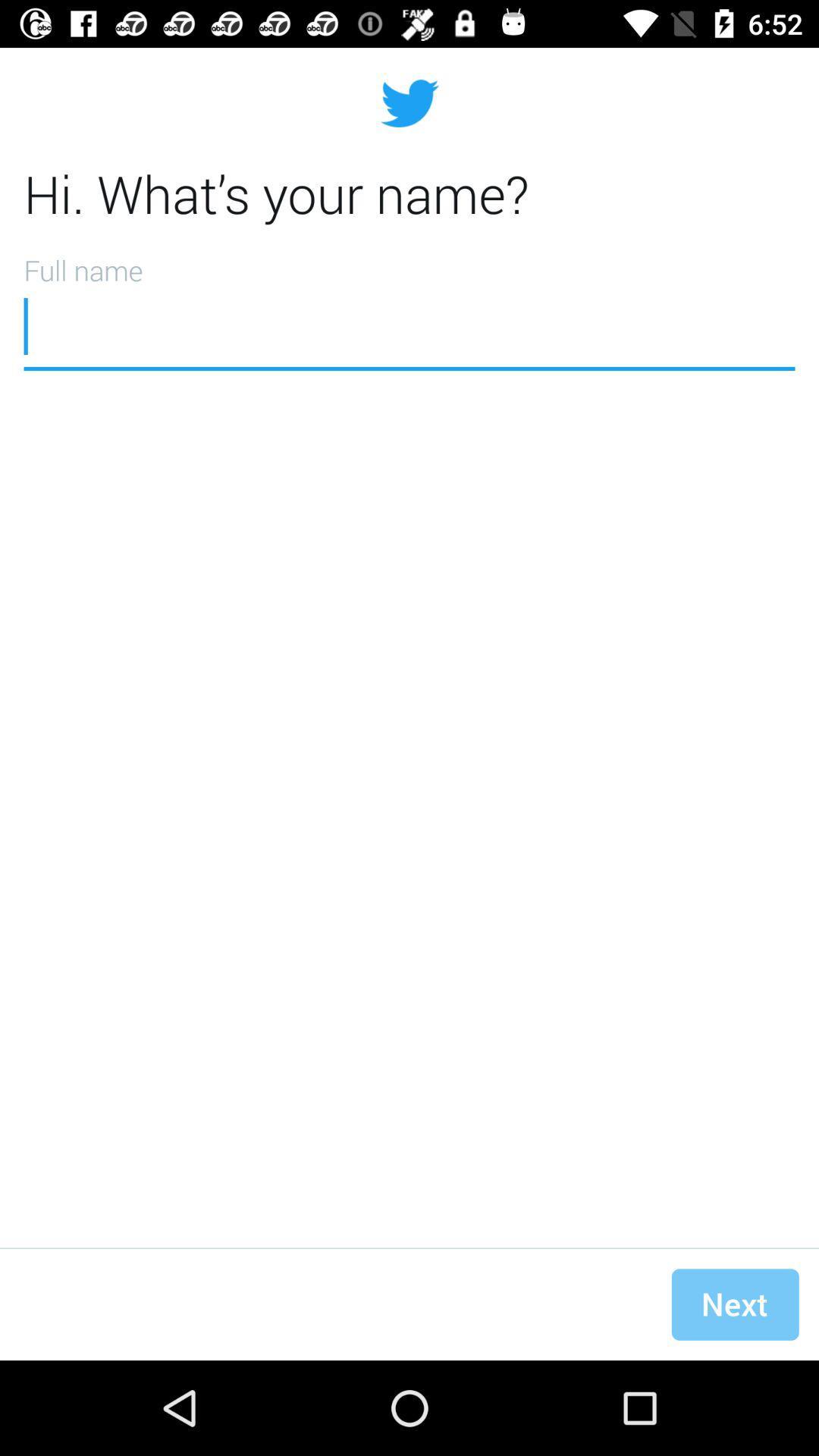 The height and width of the screenshot is (1456, 819). I want to click on item at the bottom right corner, so click(734, 1304).